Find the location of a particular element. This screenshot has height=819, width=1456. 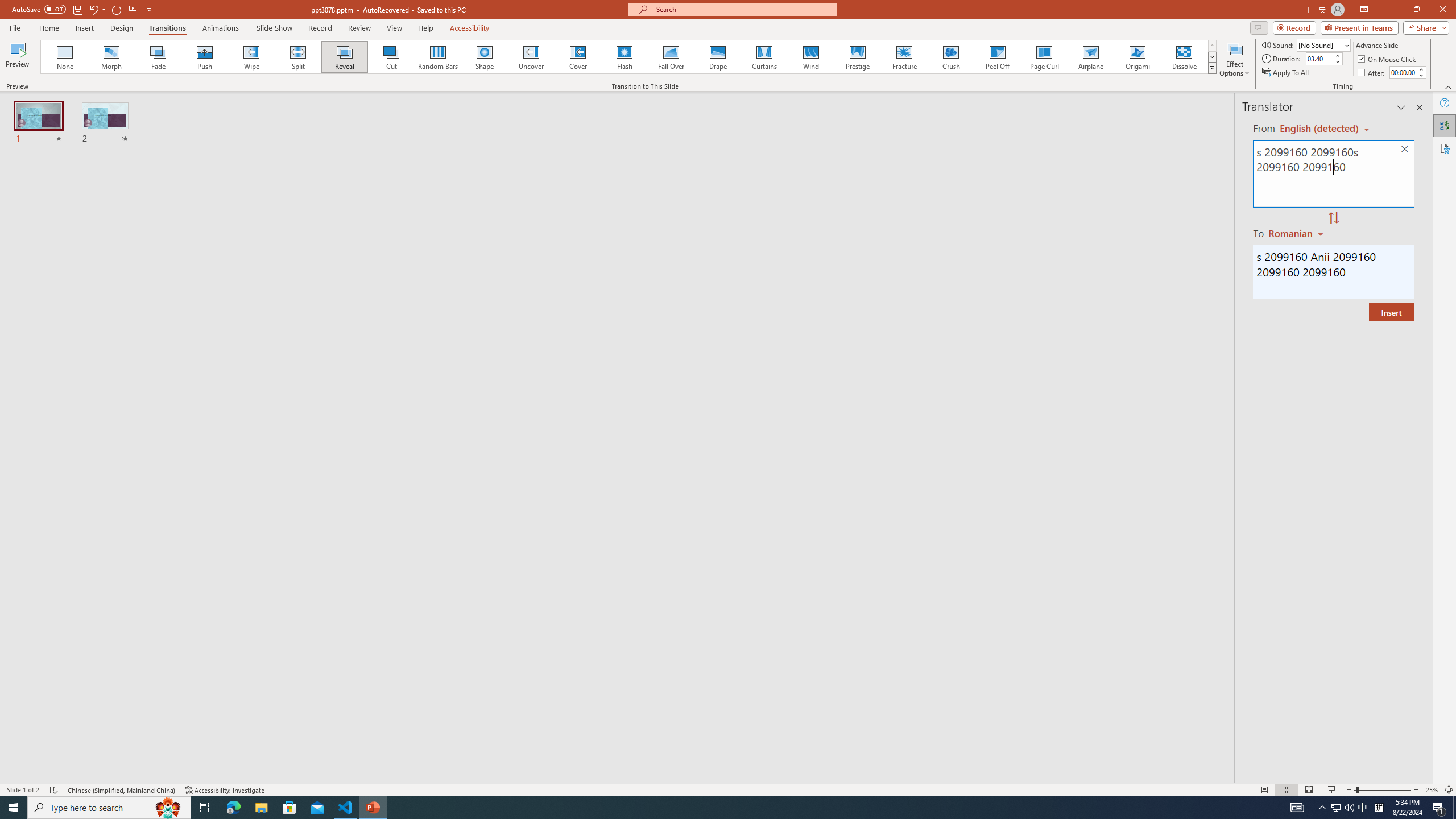

'Fracture' is located at coordinates (904, 56).